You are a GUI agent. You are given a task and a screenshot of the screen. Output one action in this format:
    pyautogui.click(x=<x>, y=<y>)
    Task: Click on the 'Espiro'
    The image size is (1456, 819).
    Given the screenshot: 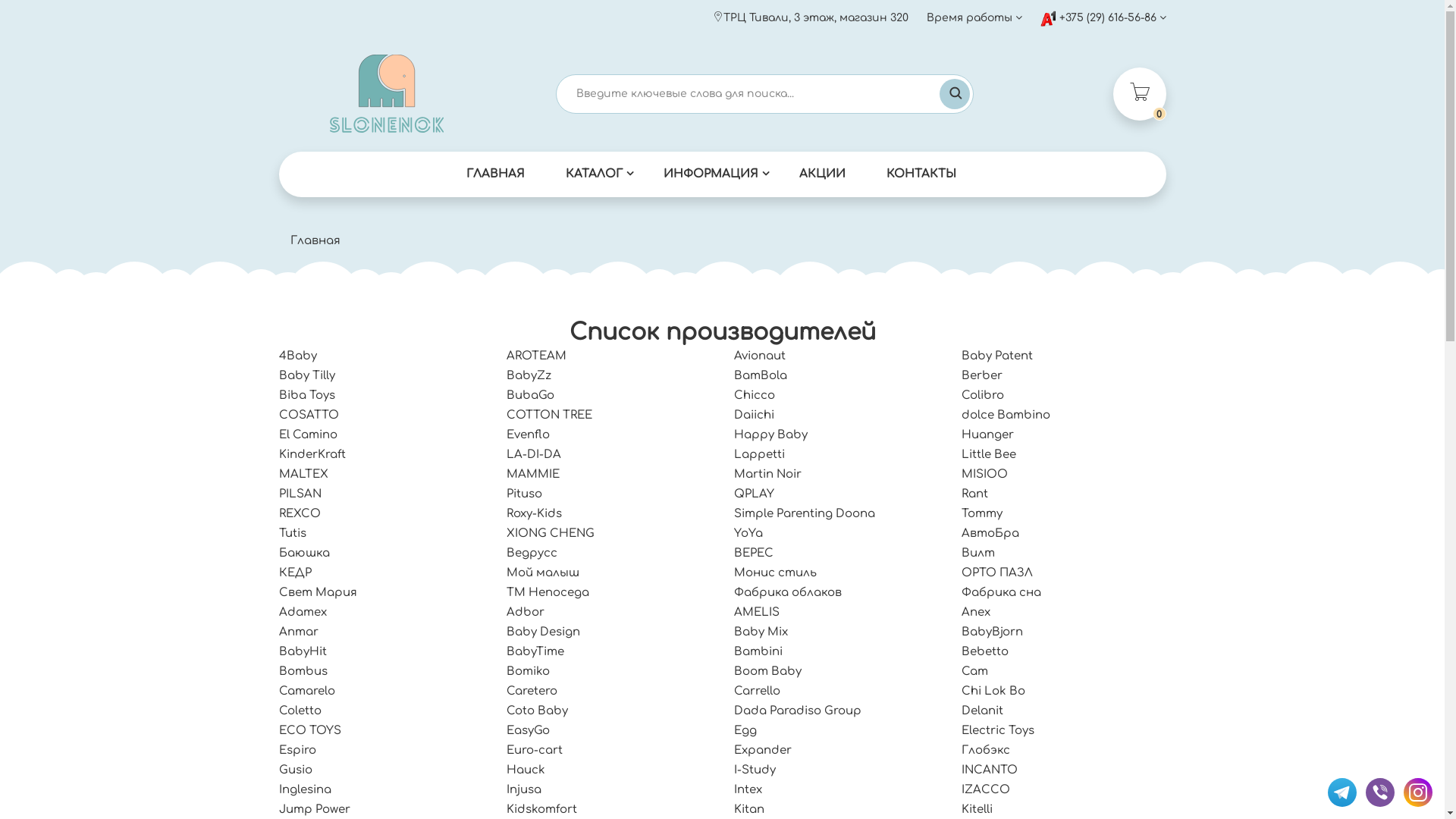 What is the action you would take?
    pyautogui.click(x=297, y=749)
    